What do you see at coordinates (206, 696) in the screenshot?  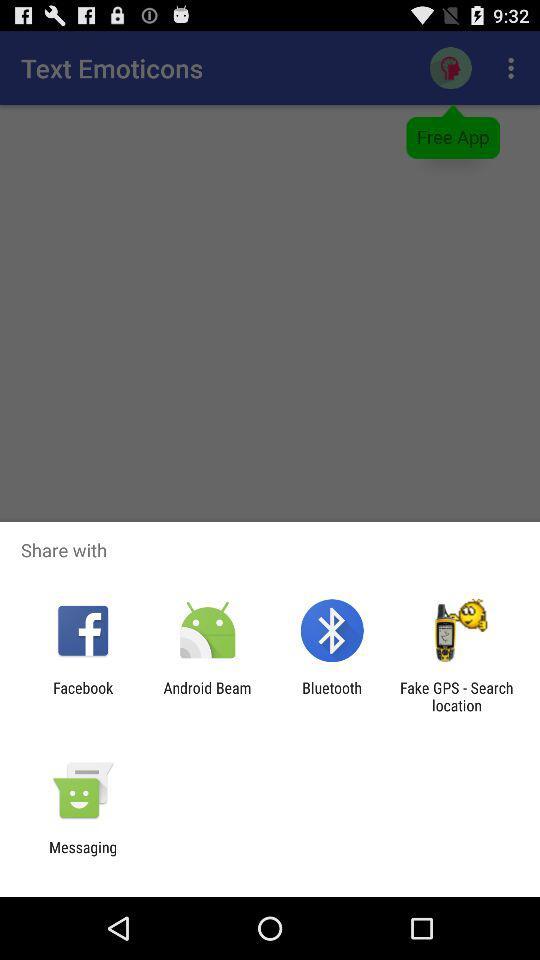 I see `icon next to bluetooth icon` at bounding box center [206, 696].